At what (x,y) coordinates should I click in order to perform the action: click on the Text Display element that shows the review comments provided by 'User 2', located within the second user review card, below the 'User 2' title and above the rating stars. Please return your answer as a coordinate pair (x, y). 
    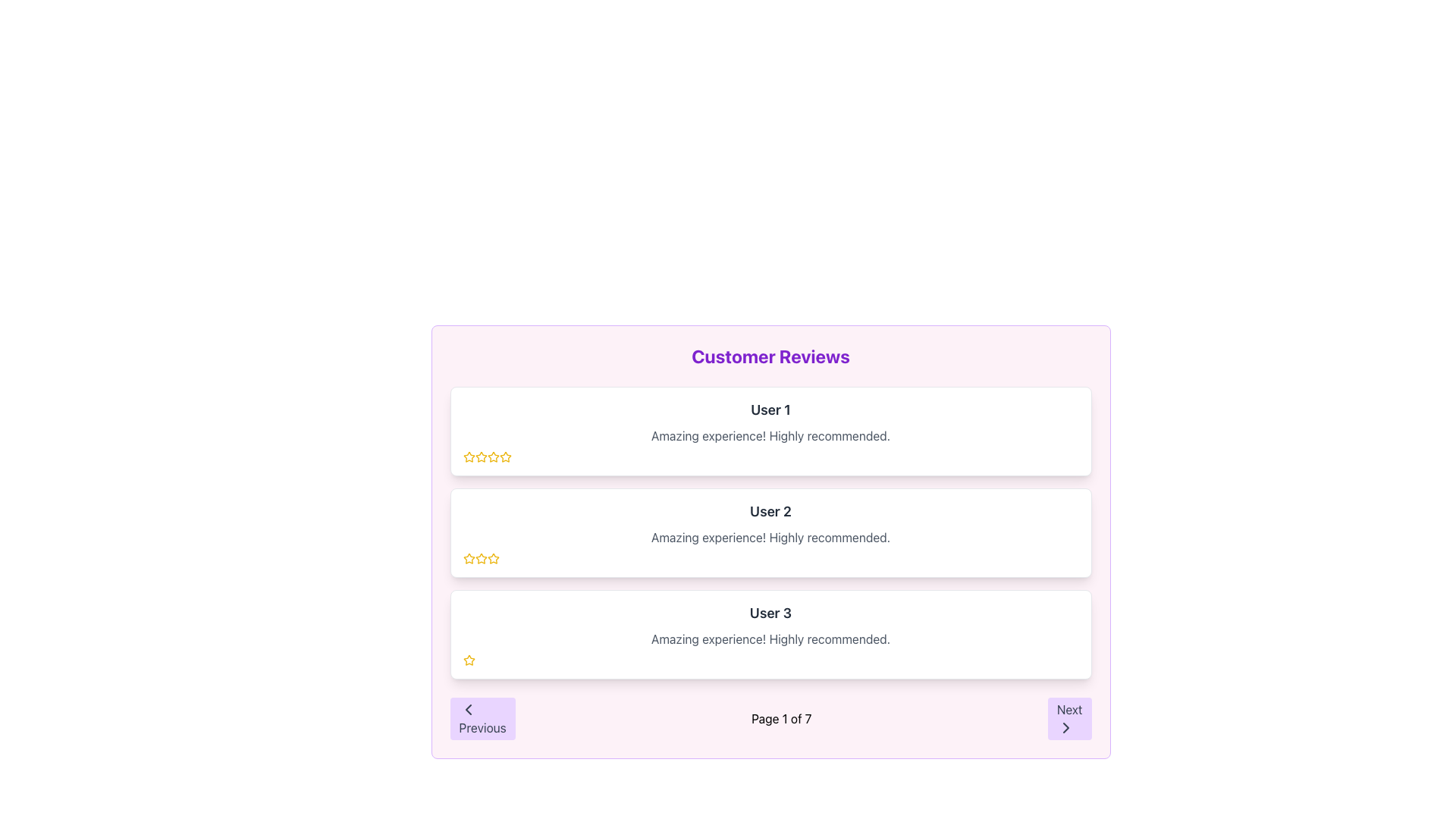
    Looking at the image, I should click on (770, 537).